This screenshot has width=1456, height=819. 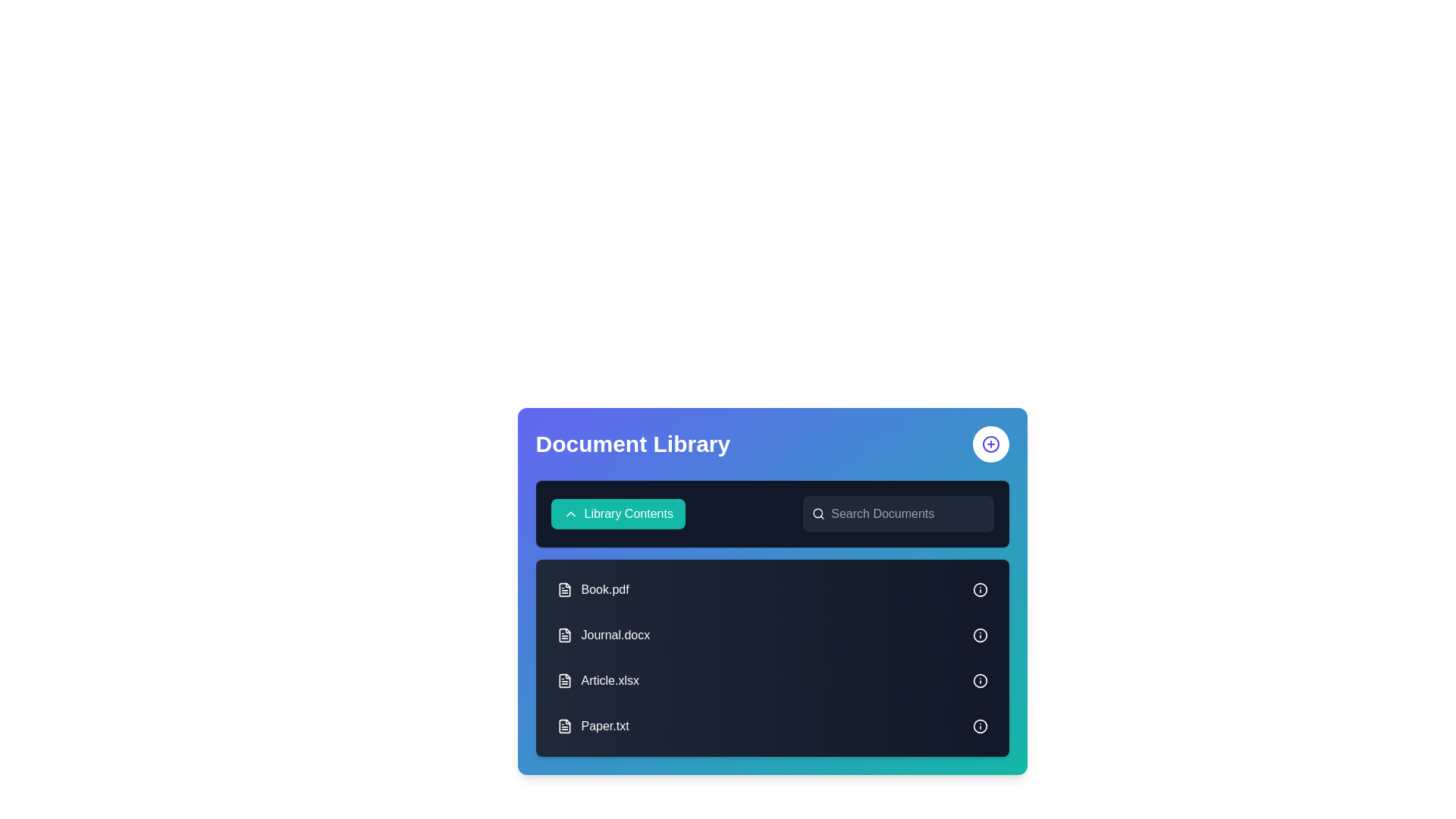 I want to click on the document file icon representing 'Paper.txt', located to the left of the text in the Document Library's file list, so click(x=563, y=725).